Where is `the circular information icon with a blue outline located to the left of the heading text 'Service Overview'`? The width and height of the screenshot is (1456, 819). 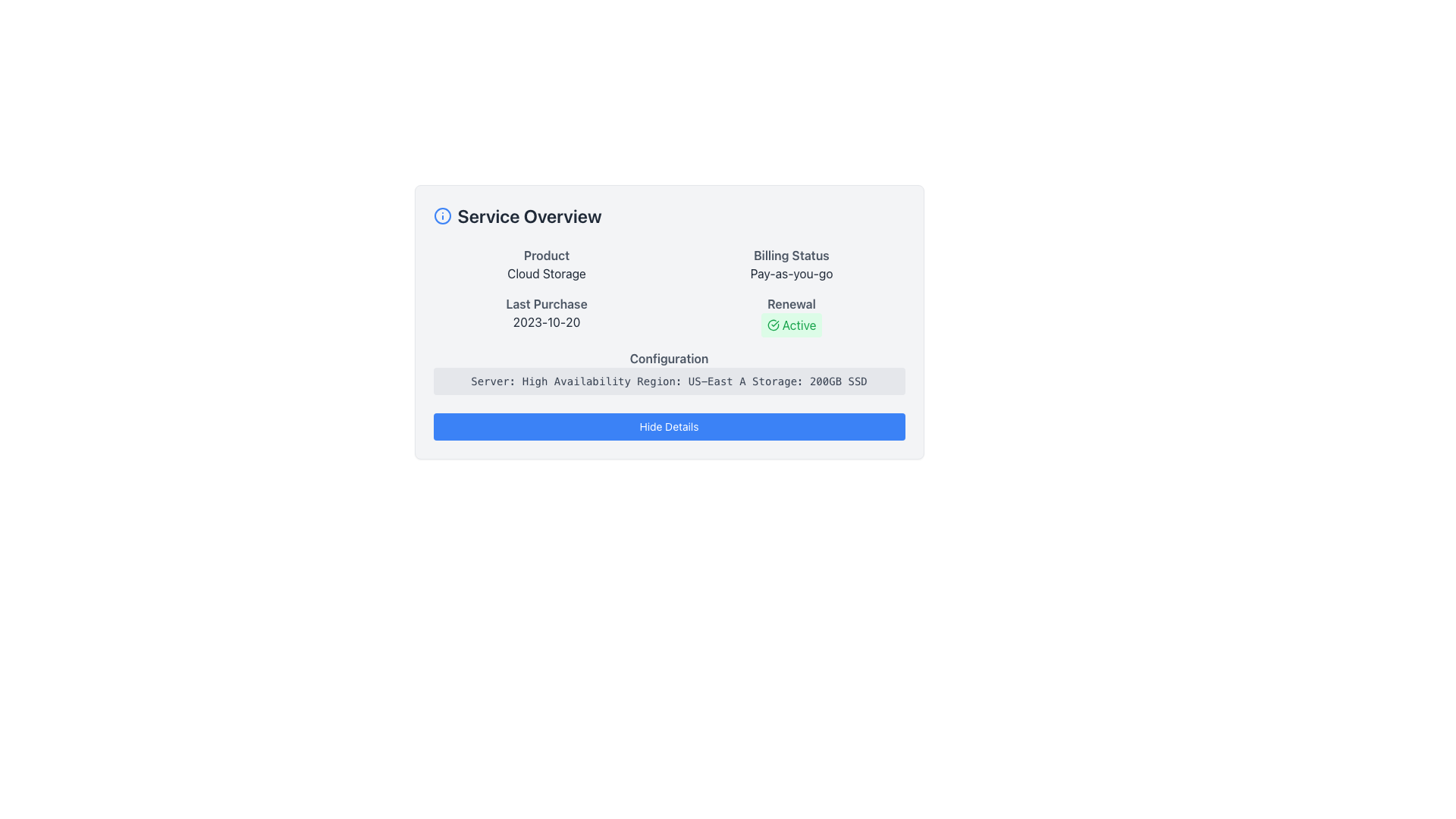 the circular information icon with a blue outline located to the left of the heading text 'Service Overview' is located at coordinates (441, 216).